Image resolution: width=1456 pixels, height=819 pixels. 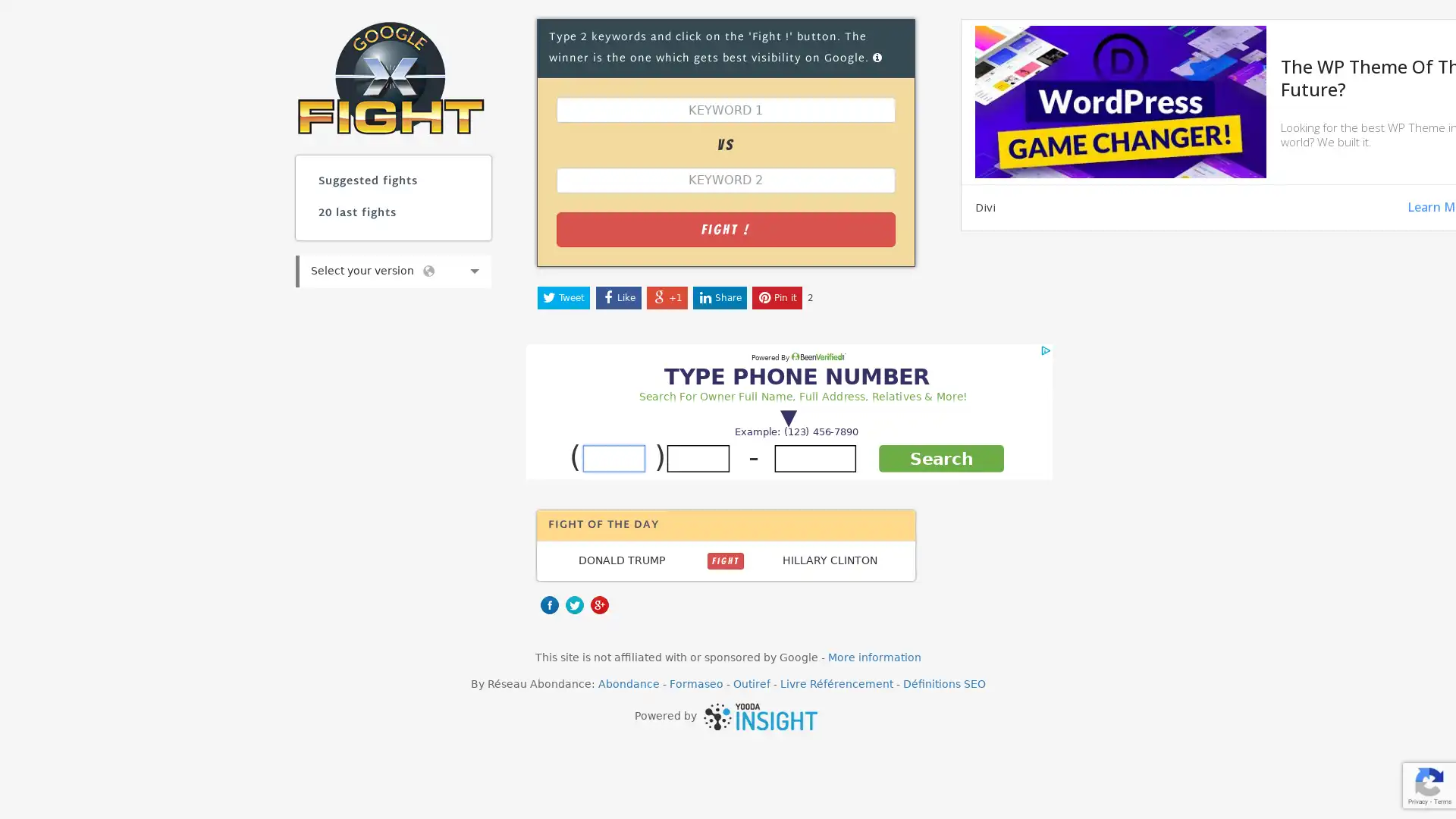 I want to click on Fight !, so click(x=724, y=228).